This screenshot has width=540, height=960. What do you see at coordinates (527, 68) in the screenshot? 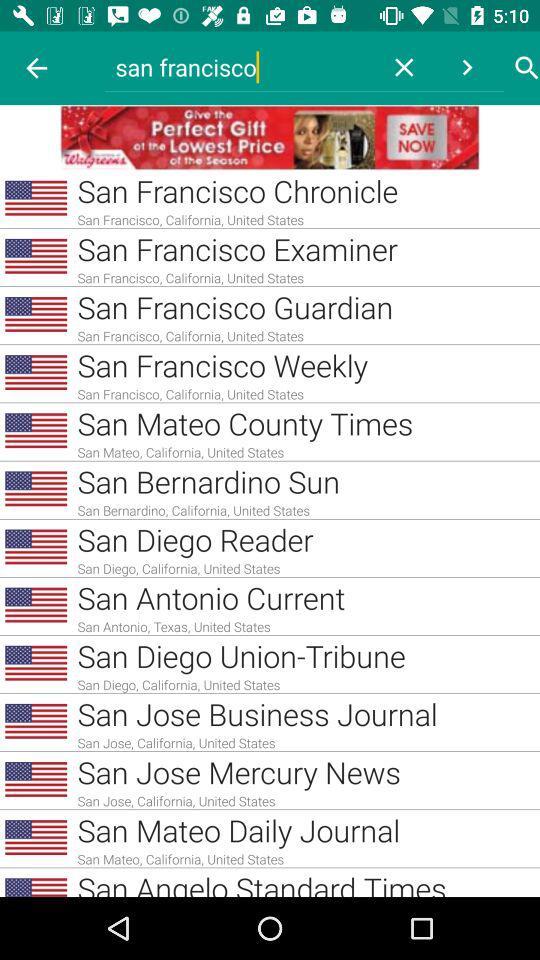
I see `search` at bounding box center [527, 68].